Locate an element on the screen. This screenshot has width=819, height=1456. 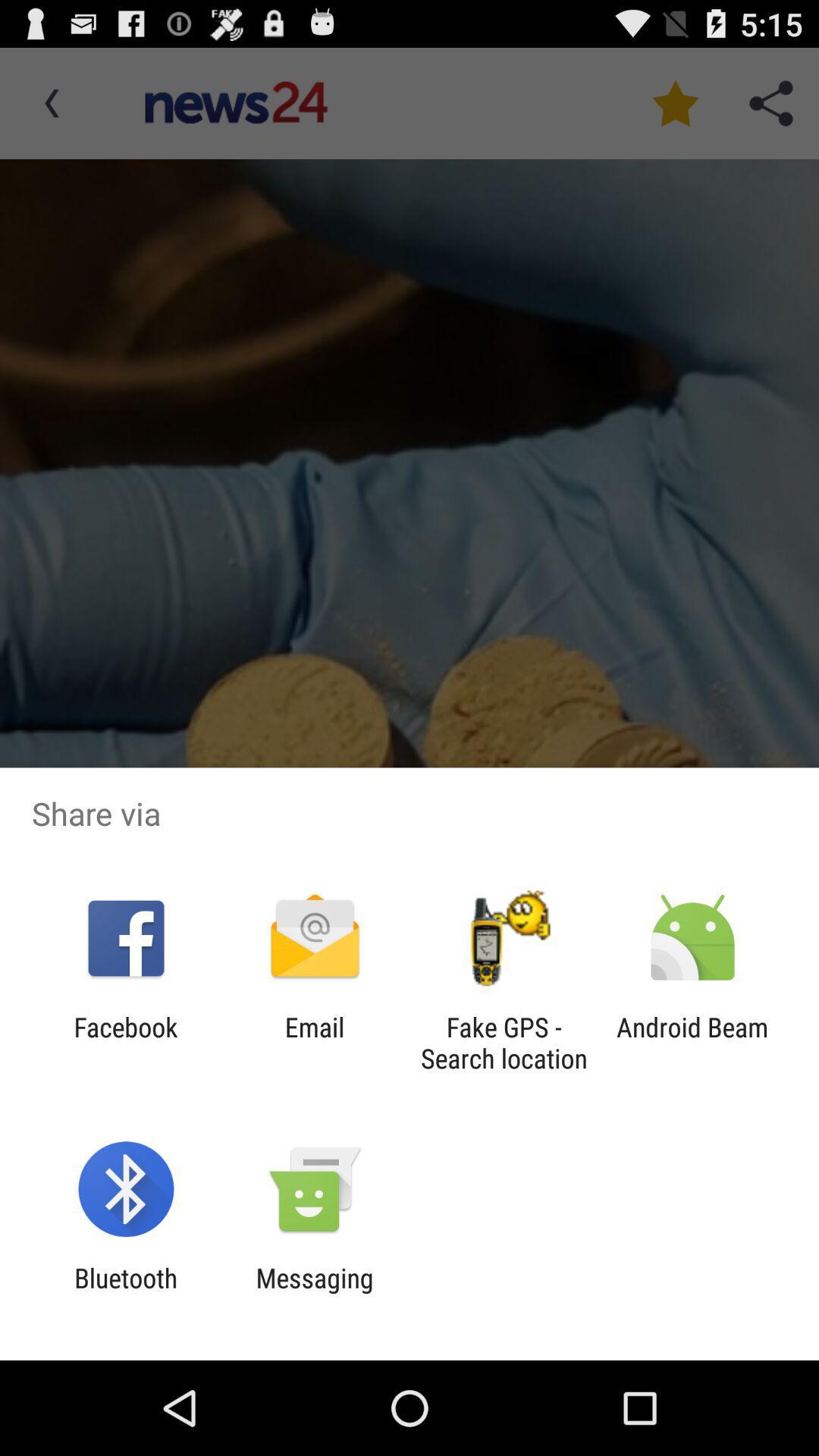
messaging is located at coordinates (314, 1293).